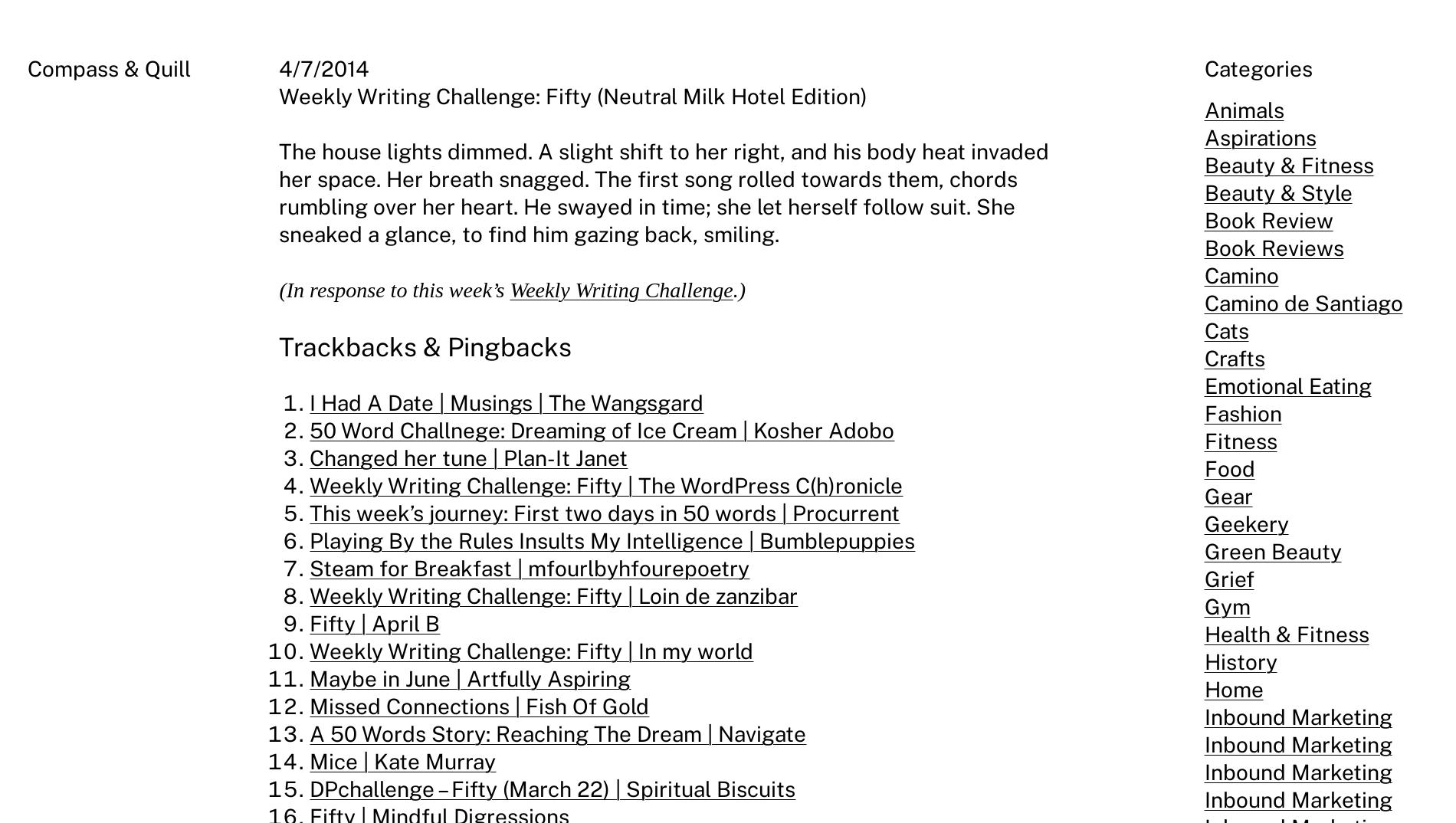 Image resolution: width=1456 pixels, height=823 pixels. Describe the element at coordinates (1203, 192) in the screenshot. I see `'Beauty & Style'` at that location.